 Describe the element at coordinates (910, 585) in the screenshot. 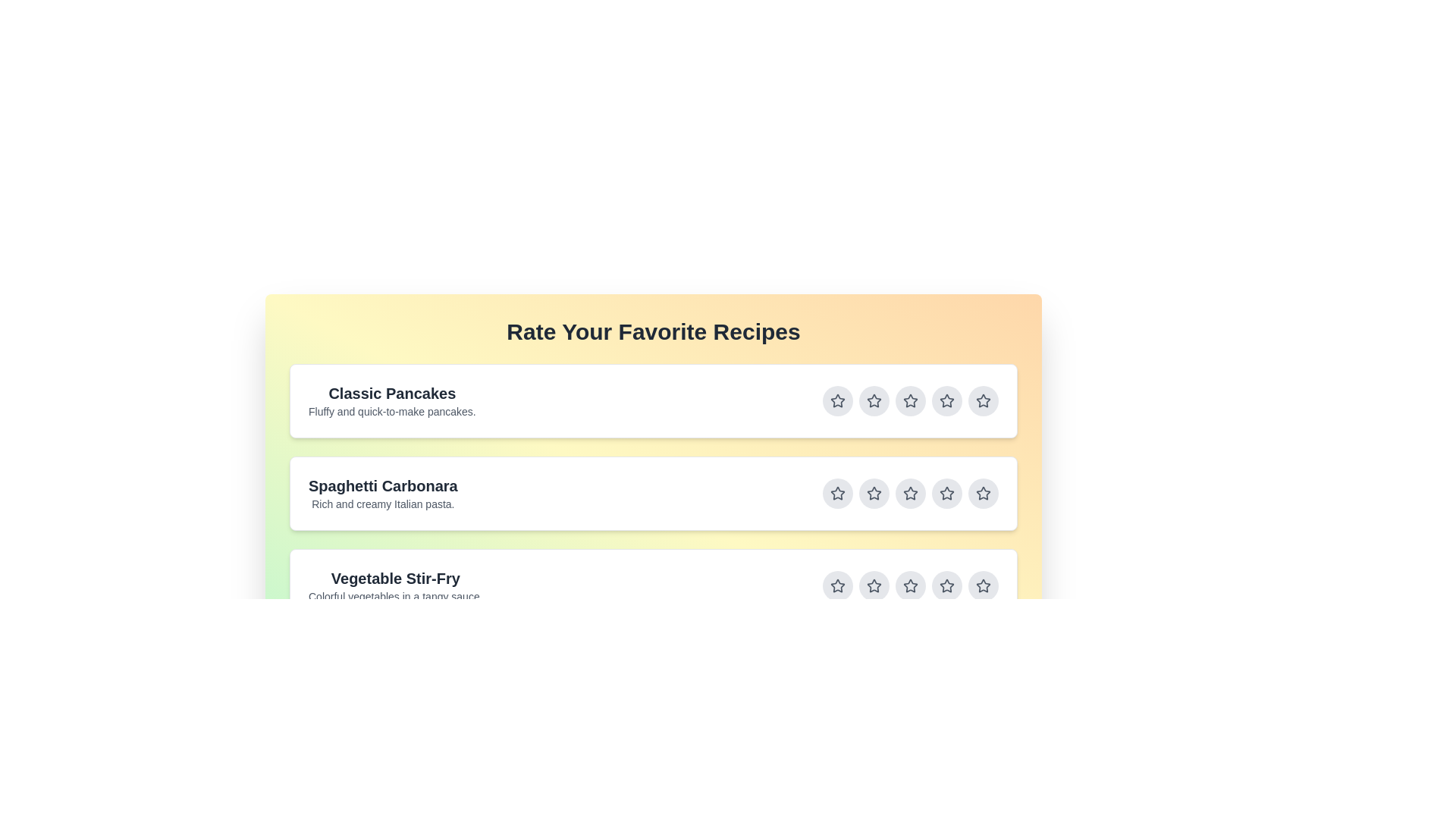

I see `the star button for rating 3 of the recipe Vegetable Stir-Fry` at that location.